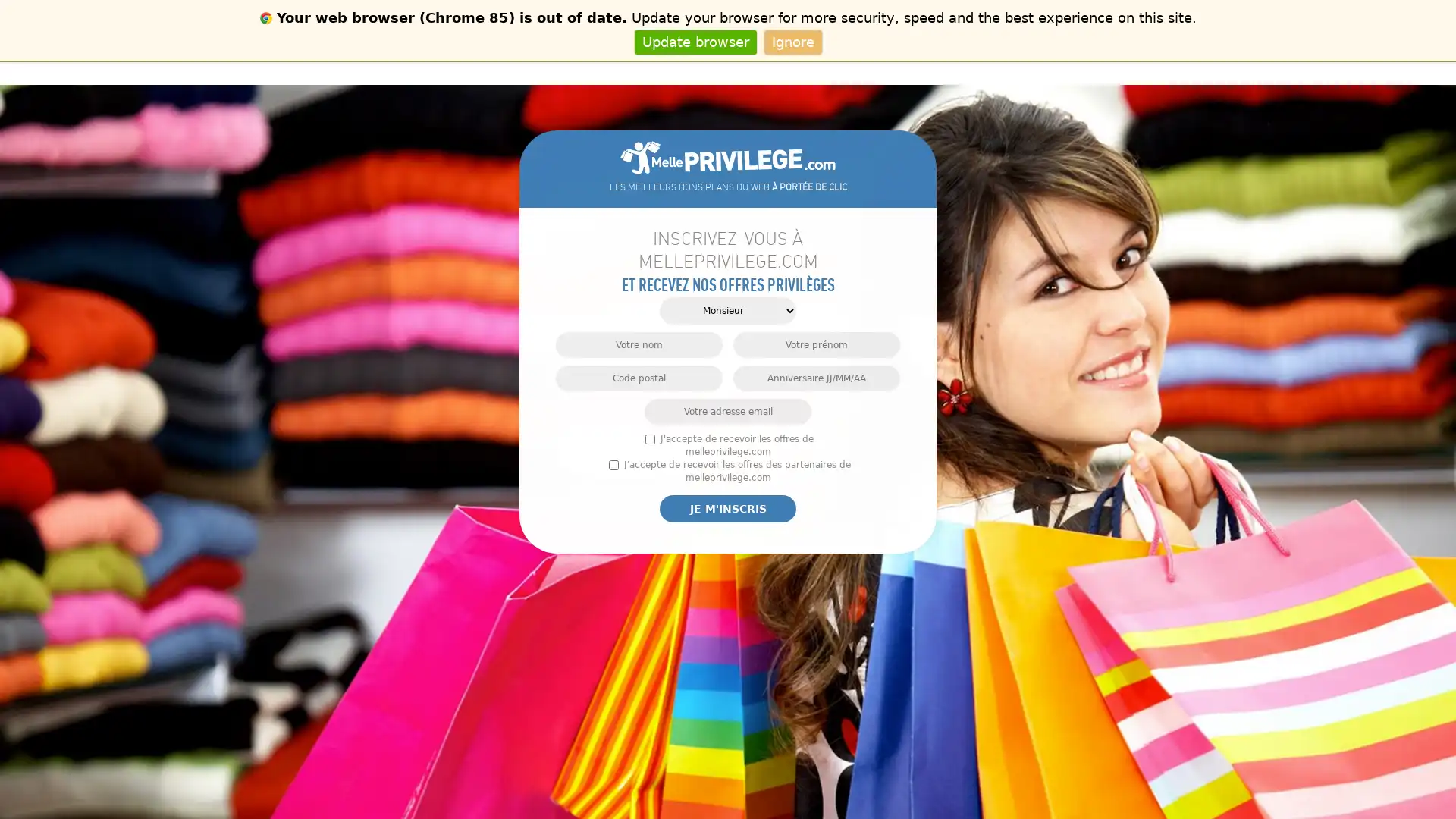 The height and width of the screenshot is (819, 1456). Describe the element at coordinates (792, 41) in the screenshot. I see `Ignore` at that location.